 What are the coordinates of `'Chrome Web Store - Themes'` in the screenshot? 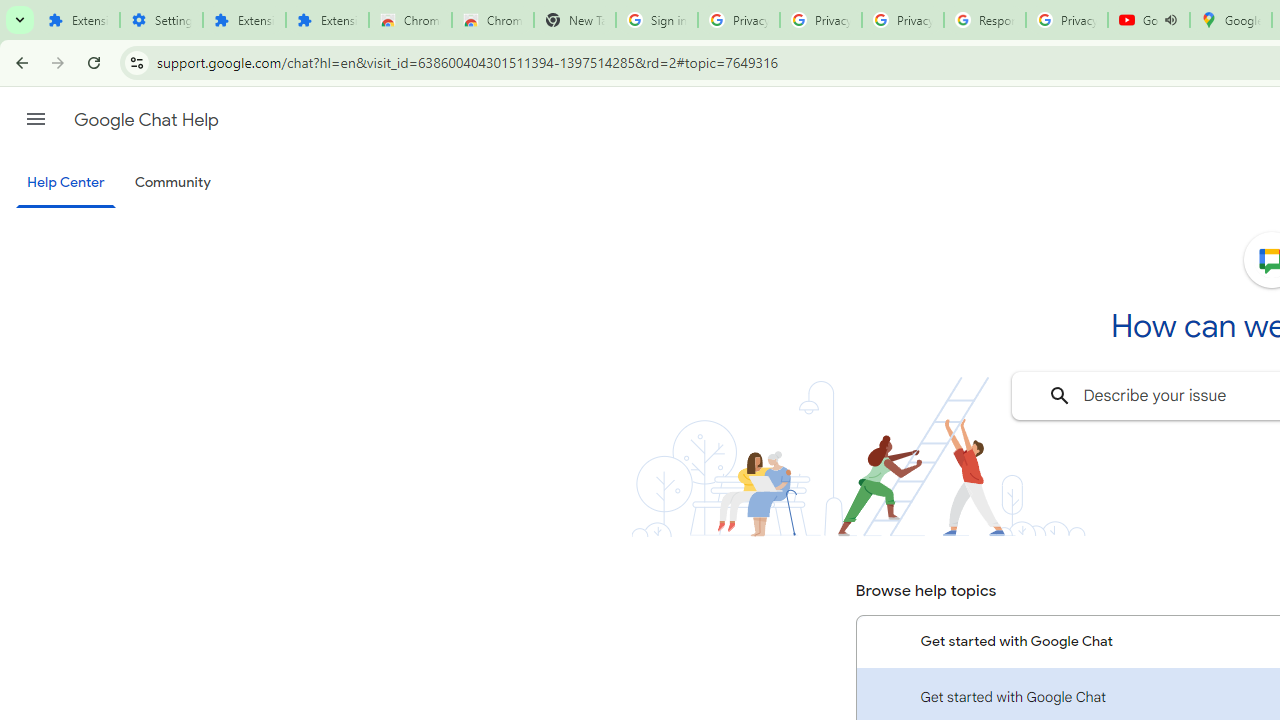 It's located at (492, 20).